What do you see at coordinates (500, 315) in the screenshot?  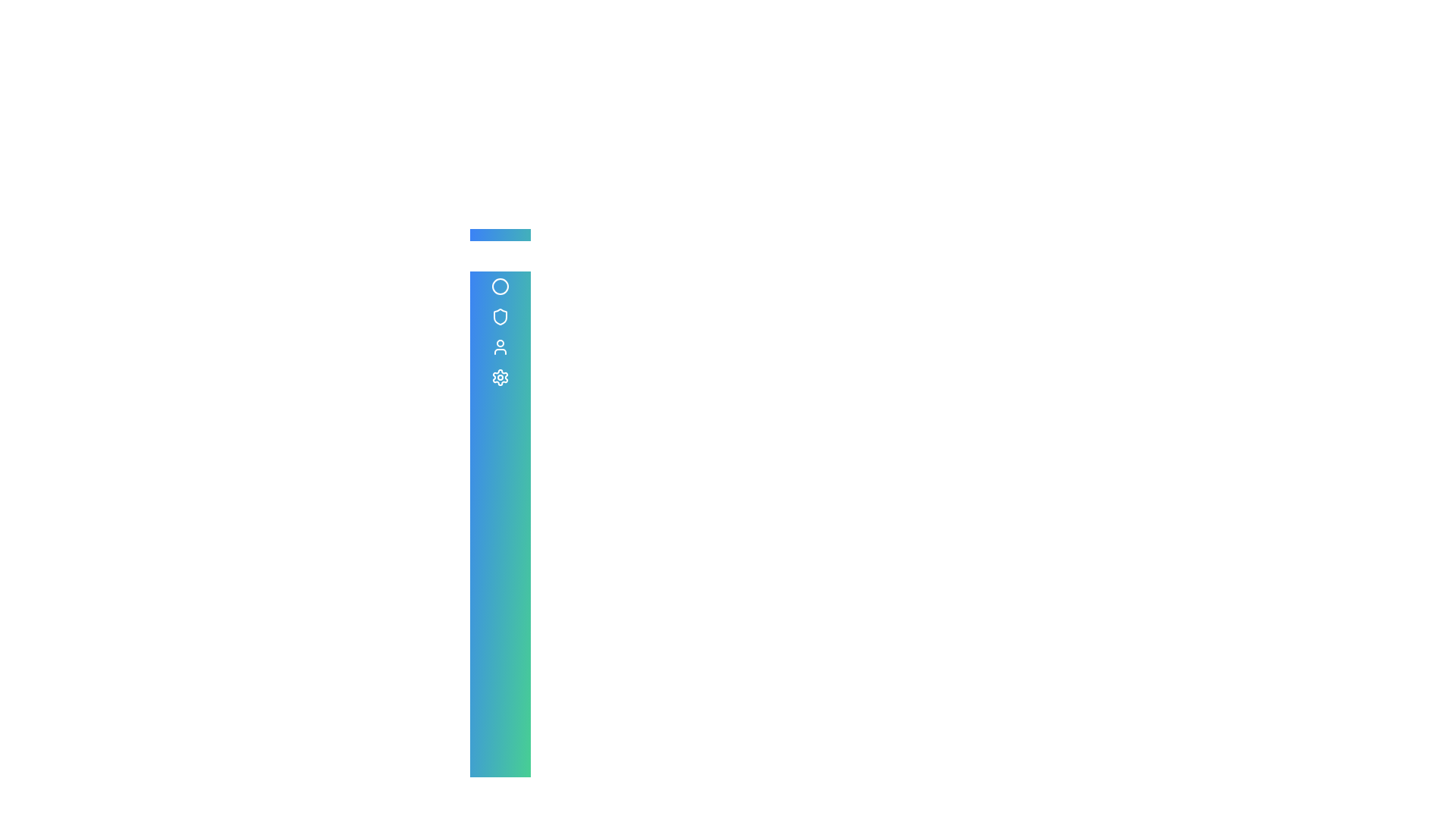 I see `the shield-like icon in the vertical navigation bar, which has a blue-to-green gradient background` at bounding box center [500, 315].